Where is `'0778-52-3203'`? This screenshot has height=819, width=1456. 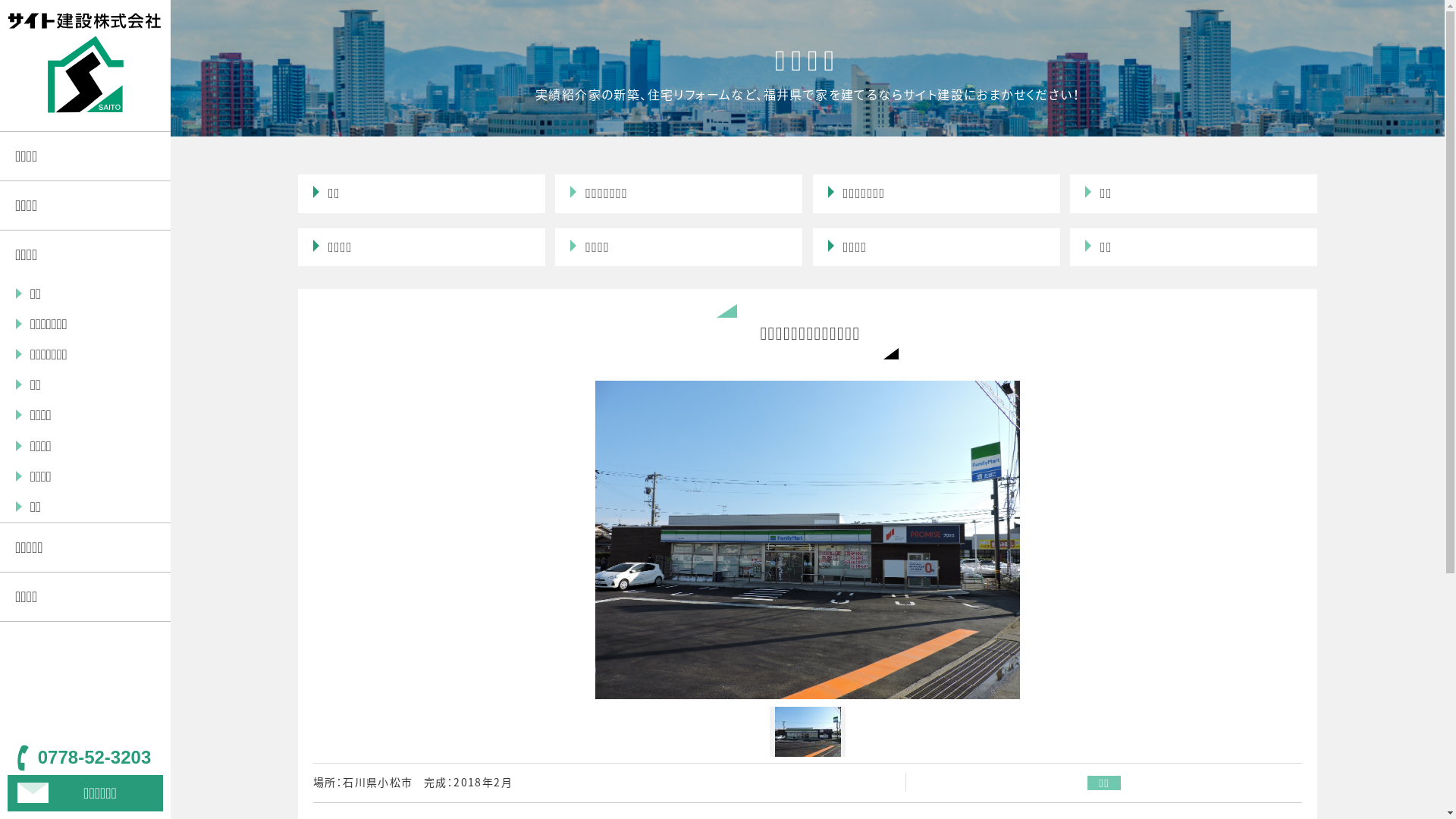
'0778-52-3203' is located at coordinates (84, 758).